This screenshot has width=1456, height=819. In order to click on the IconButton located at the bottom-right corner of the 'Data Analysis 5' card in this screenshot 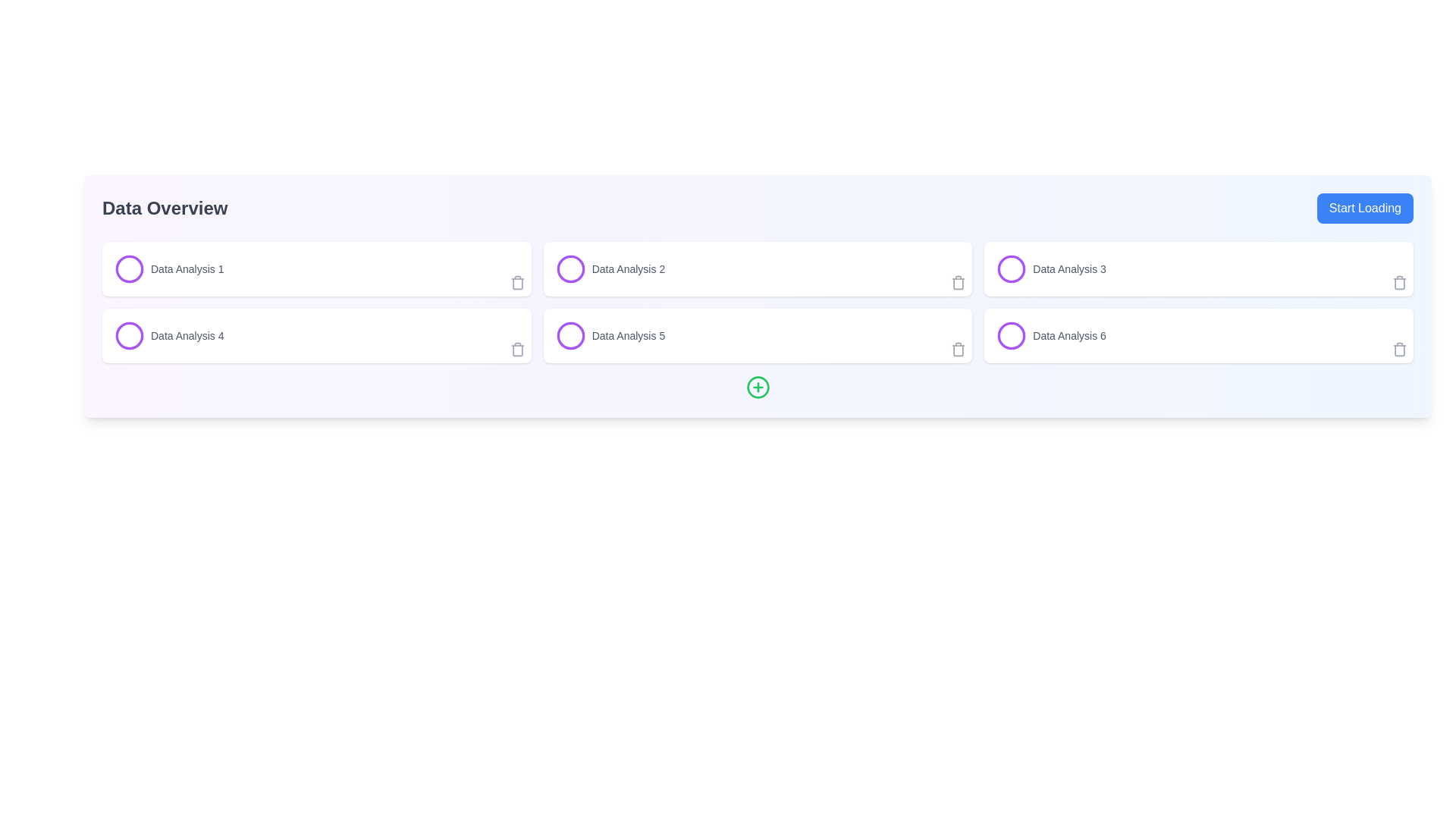, I will do `click(958, 350)`.